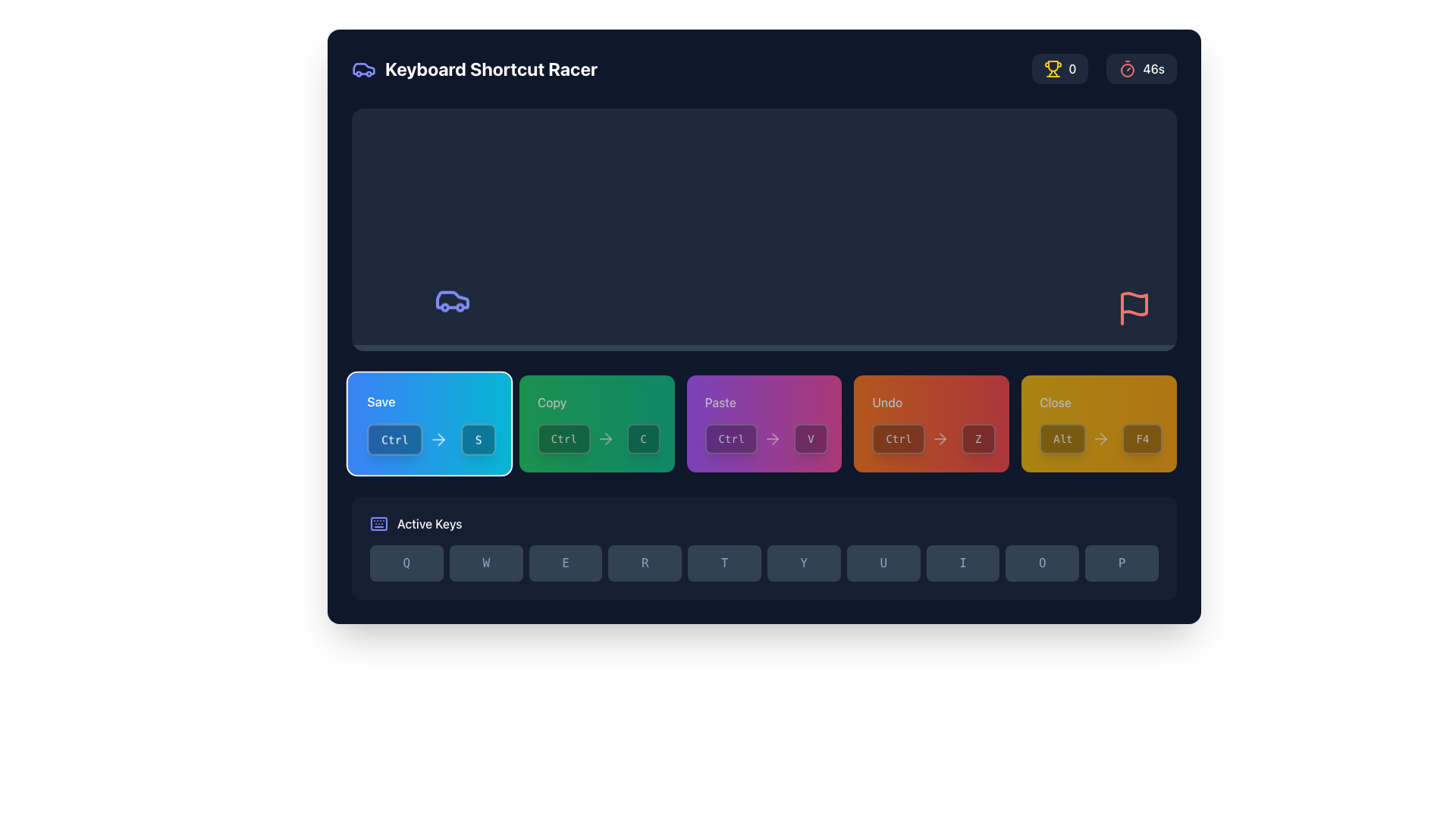  I want to click on text element displaying 'Keyboard Shortcut Racer' styled in bold, white font, located to the right of a car icon in the top-left section of the interface, so click(491, 69).